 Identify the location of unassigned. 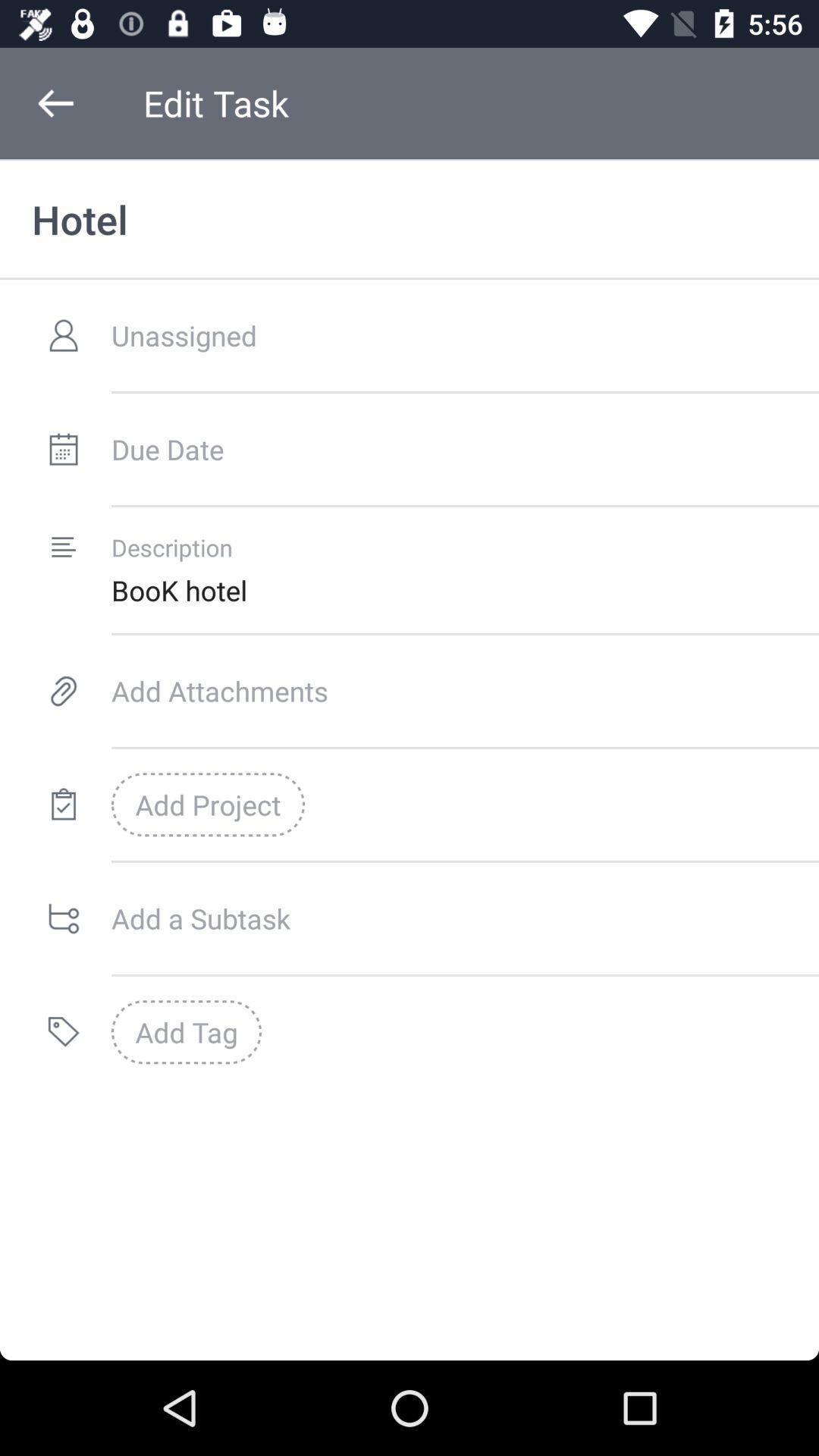
(448, 334).